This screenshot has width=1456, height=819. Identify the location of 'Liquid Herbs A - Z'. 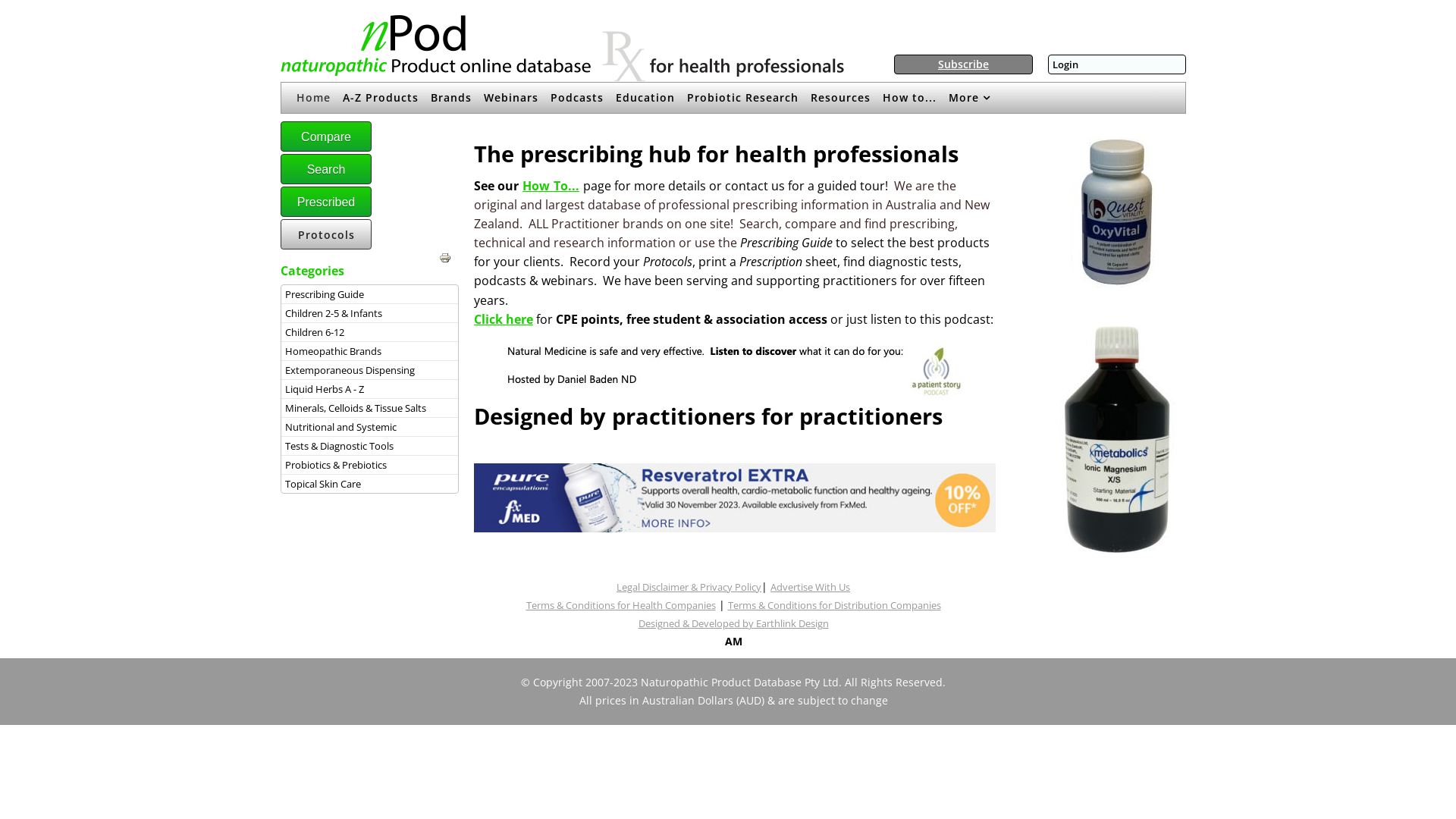
(284, 388).